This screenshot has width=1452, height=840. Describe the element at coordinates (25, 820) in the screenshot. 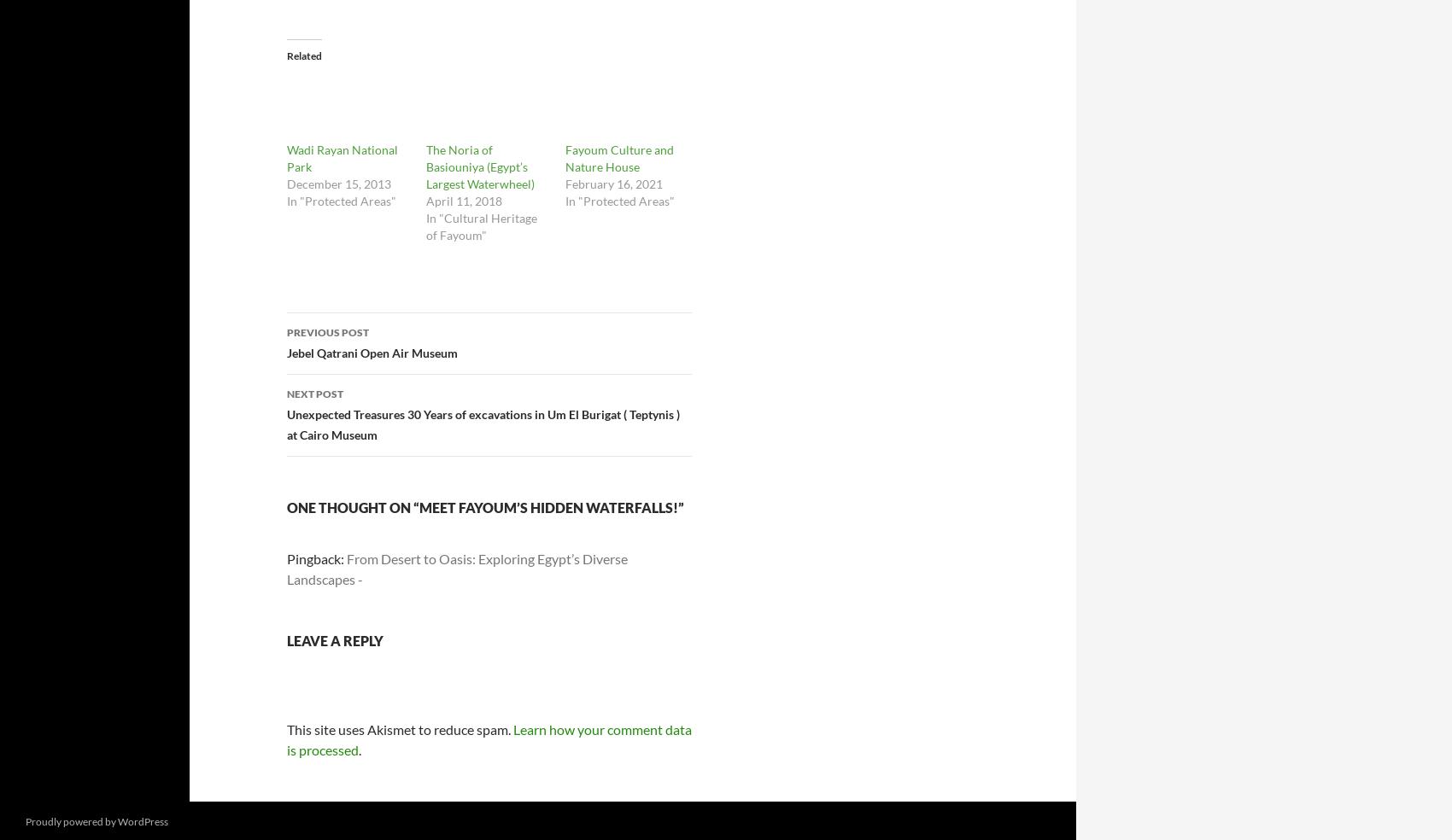

I see `'Proudly powered by WordPress'` at that location.